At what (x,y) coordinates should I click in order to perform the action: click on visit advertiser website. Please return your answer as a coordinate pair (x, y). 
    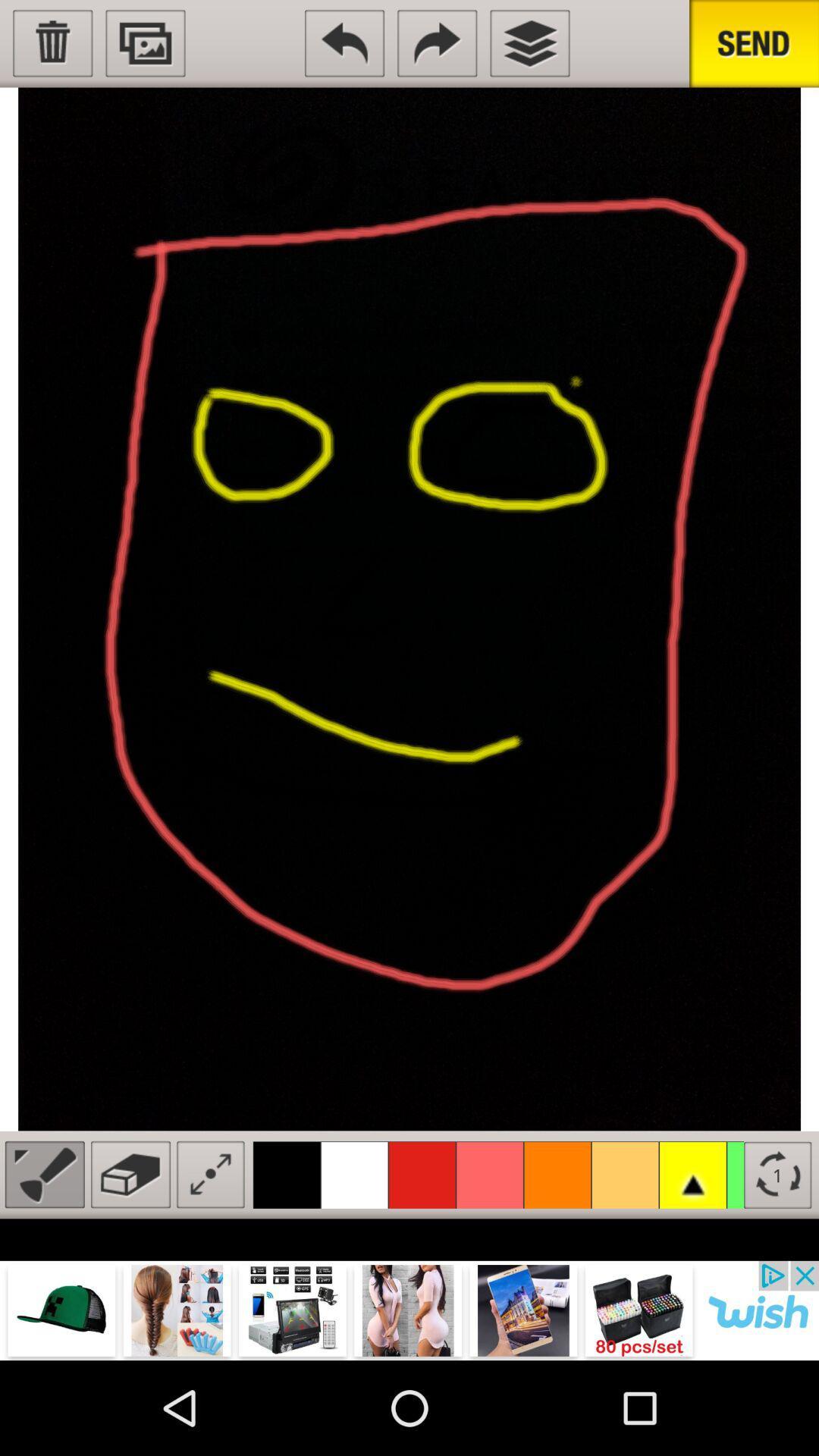
    Looking at the image, I should click on (409, 1310).